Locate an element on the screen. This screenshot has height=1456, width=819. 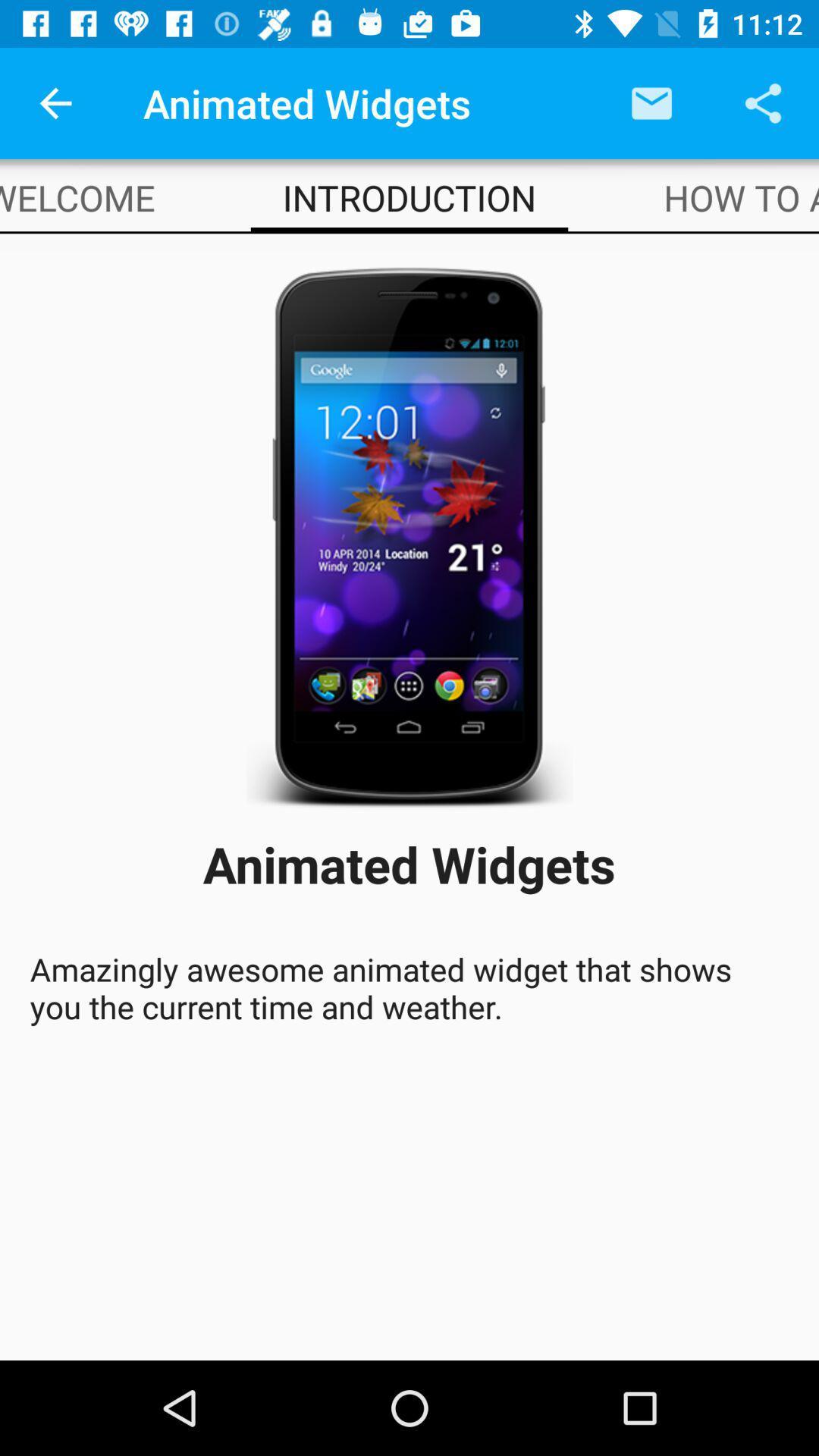
the icon above animated widgets icon is located at coordinates (409, 532).